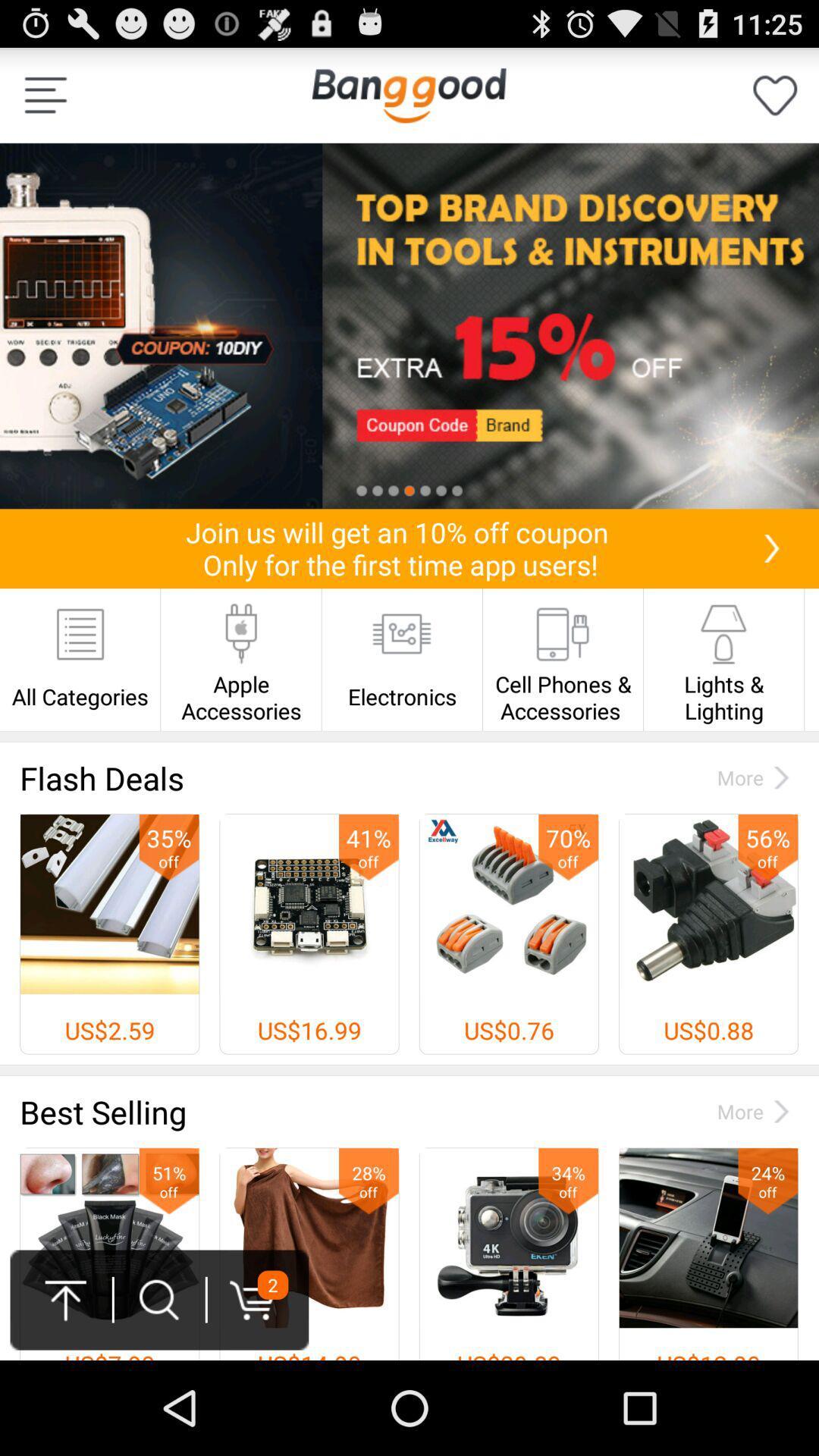 This screenshot has height=1456, width=819. Describe the element at coordinates (775, 101) in the screenshot. I see `the favorite icon` at that location.